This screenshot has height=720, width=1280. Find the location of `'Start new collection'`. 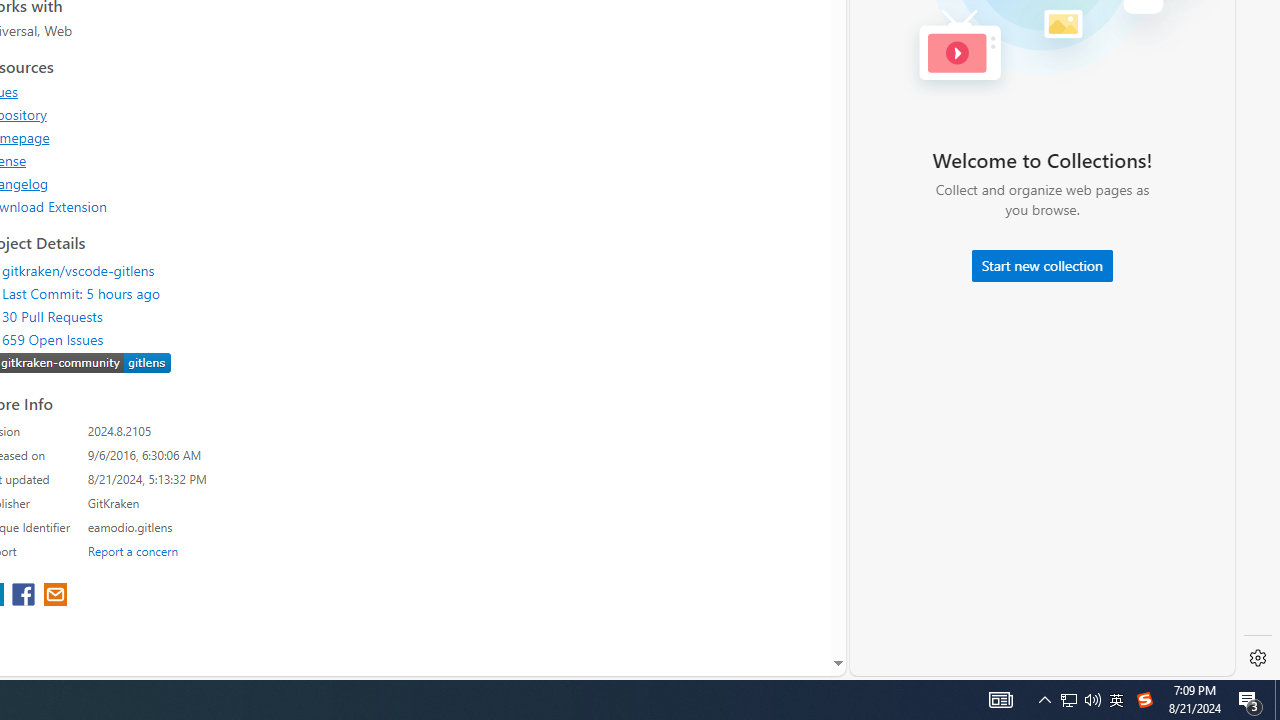

'Start new collection' is located at coordinates (1041, 264).